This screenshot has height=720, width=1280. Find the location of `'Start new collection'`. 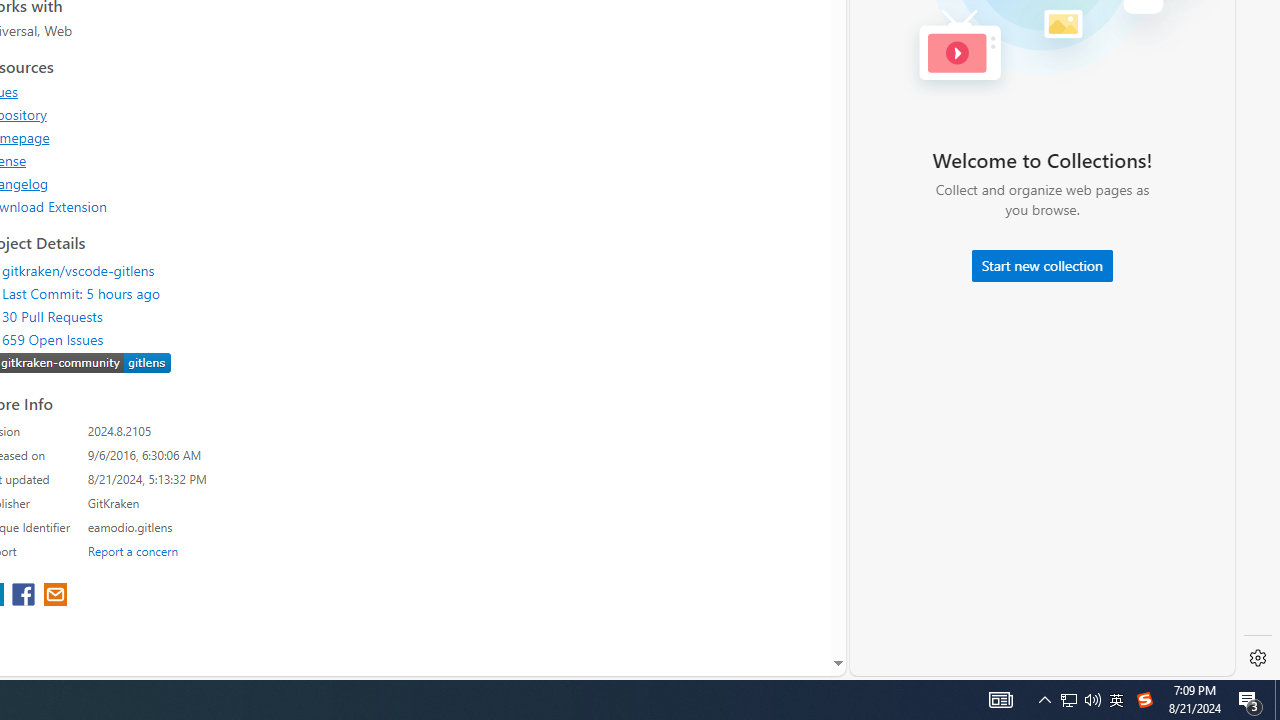

'Start new collection' is located at coordinates (1041, 264).